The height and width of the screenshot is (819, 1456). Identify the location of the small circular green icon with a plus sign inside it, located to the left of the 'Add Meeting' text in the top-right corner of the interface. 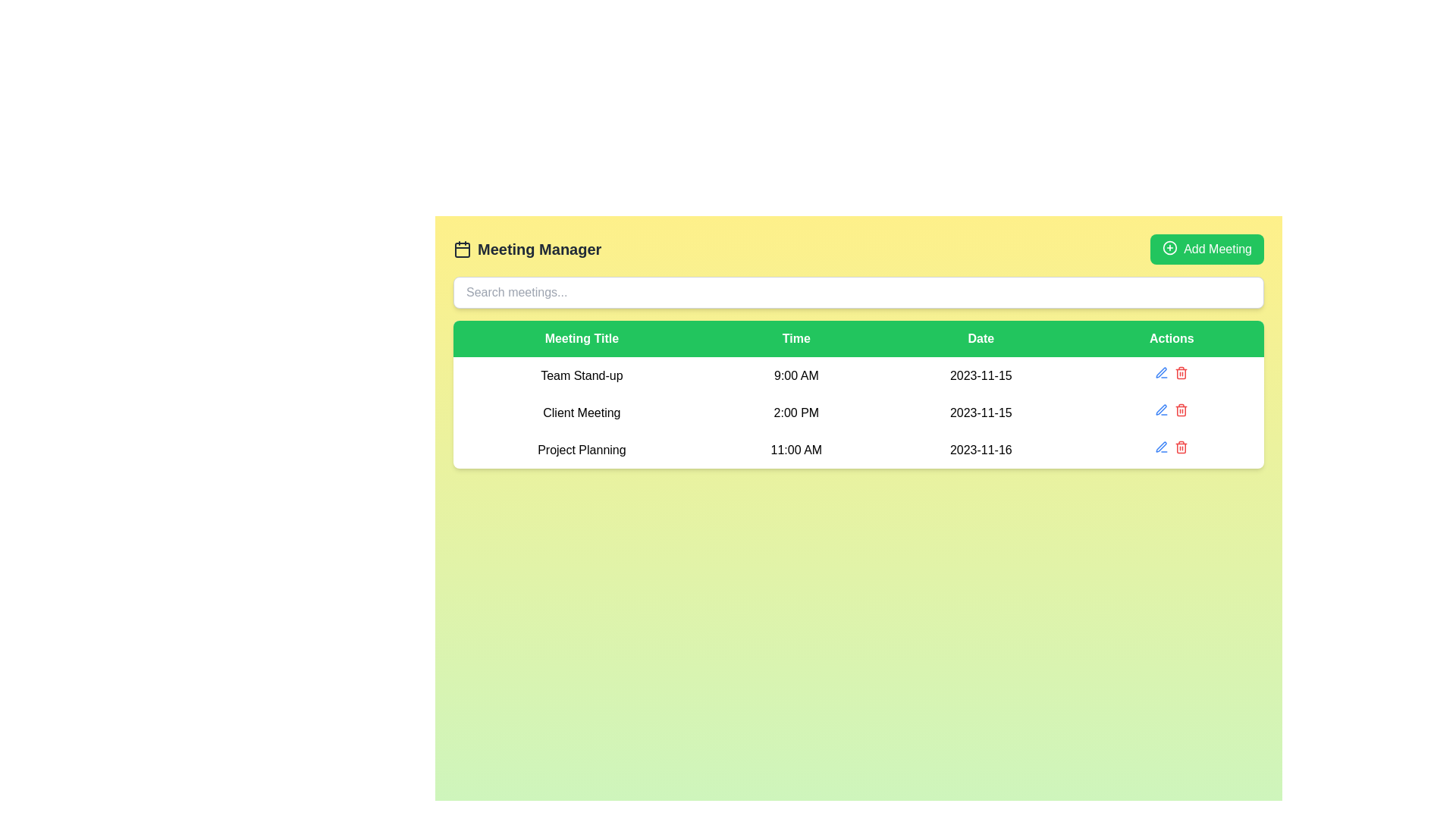
(1169, 247).